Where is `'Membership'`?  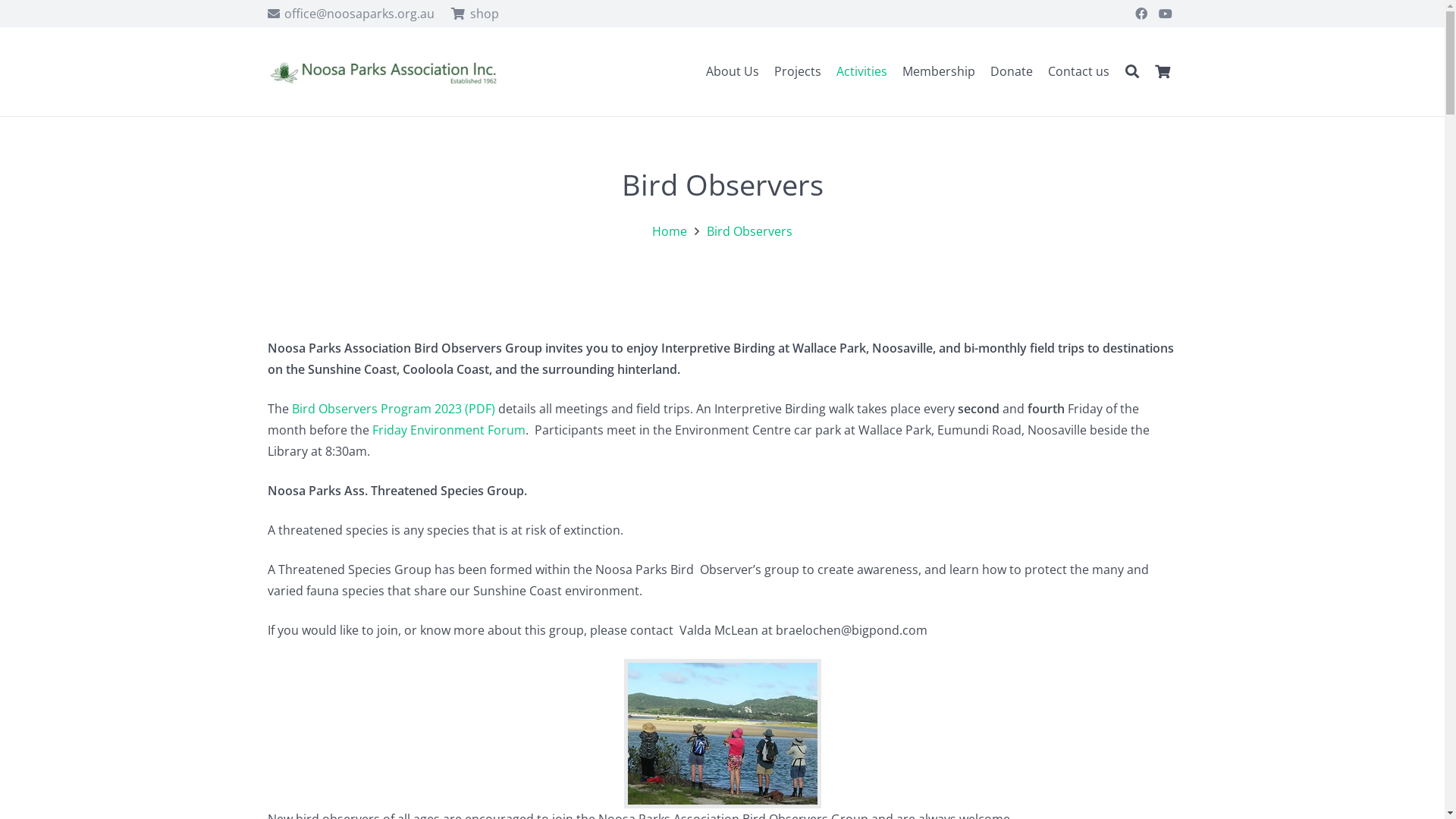
'Membership' is located at coordinates (938, 71).